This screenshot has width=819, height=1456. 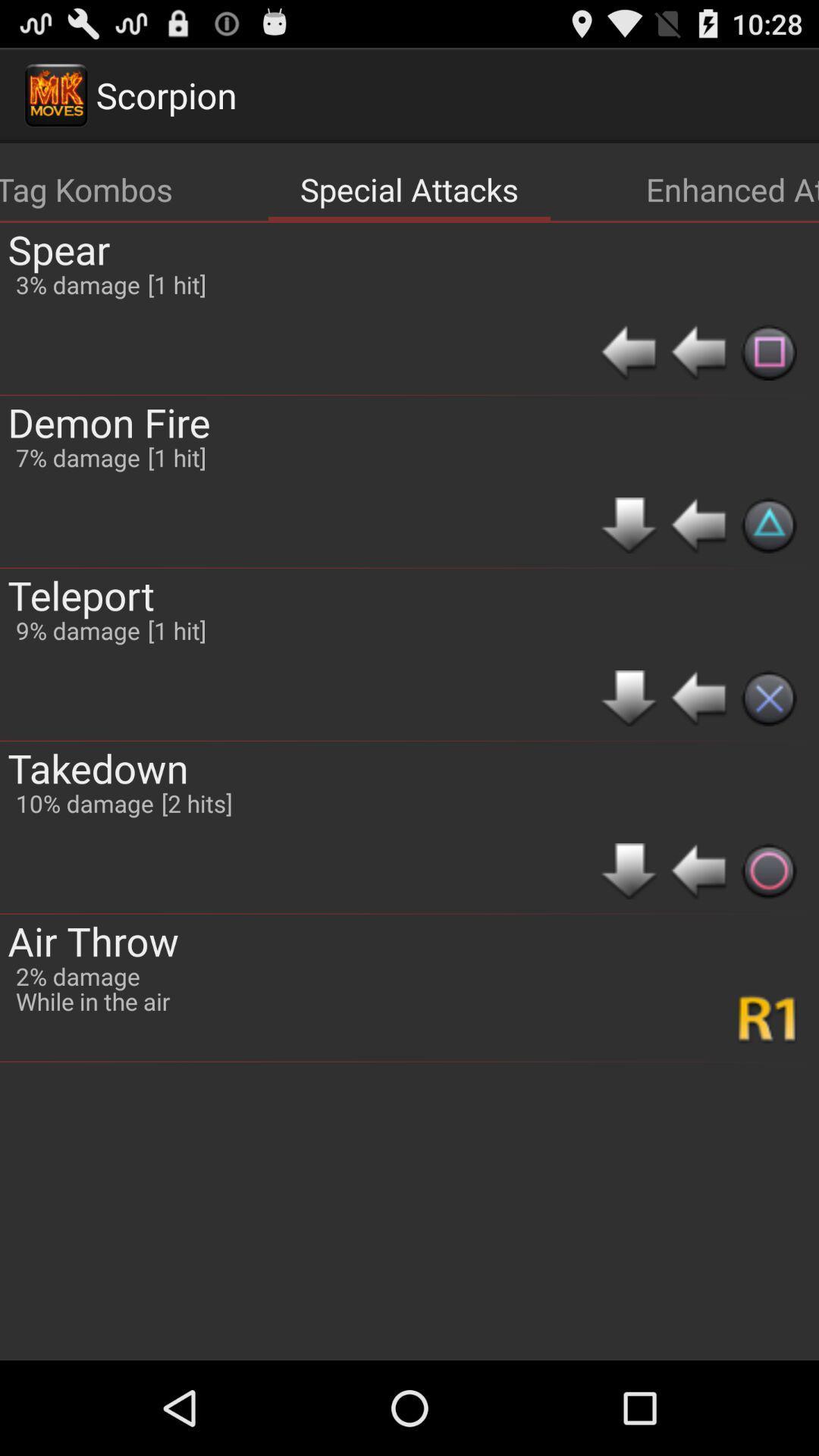 What do you see at coordinates (81, 594) in the screenshot?
I see `the teleport` at bounding box center [81, 594].